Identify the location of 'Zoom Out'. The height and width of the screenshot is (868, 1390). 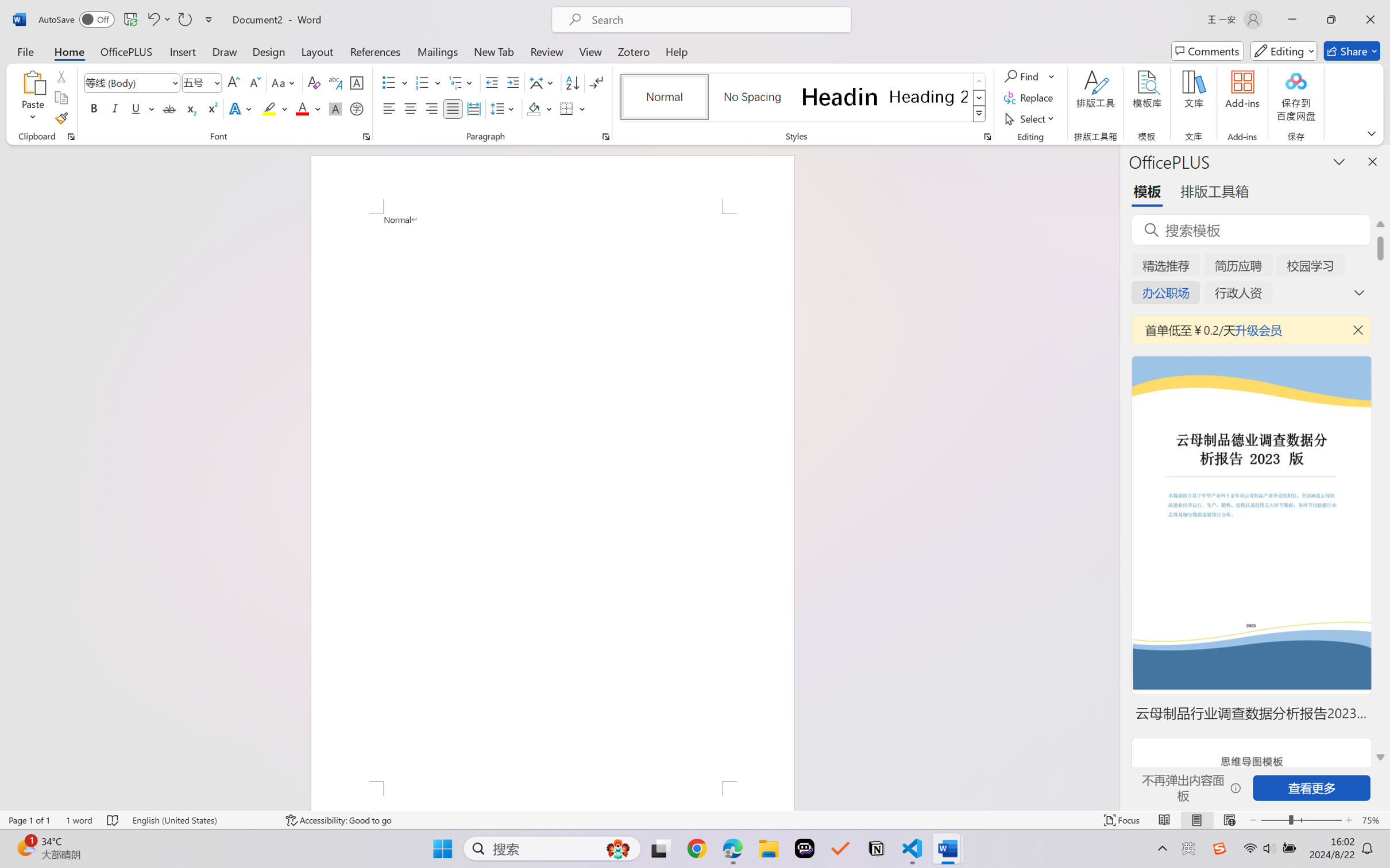
(1274, 820).